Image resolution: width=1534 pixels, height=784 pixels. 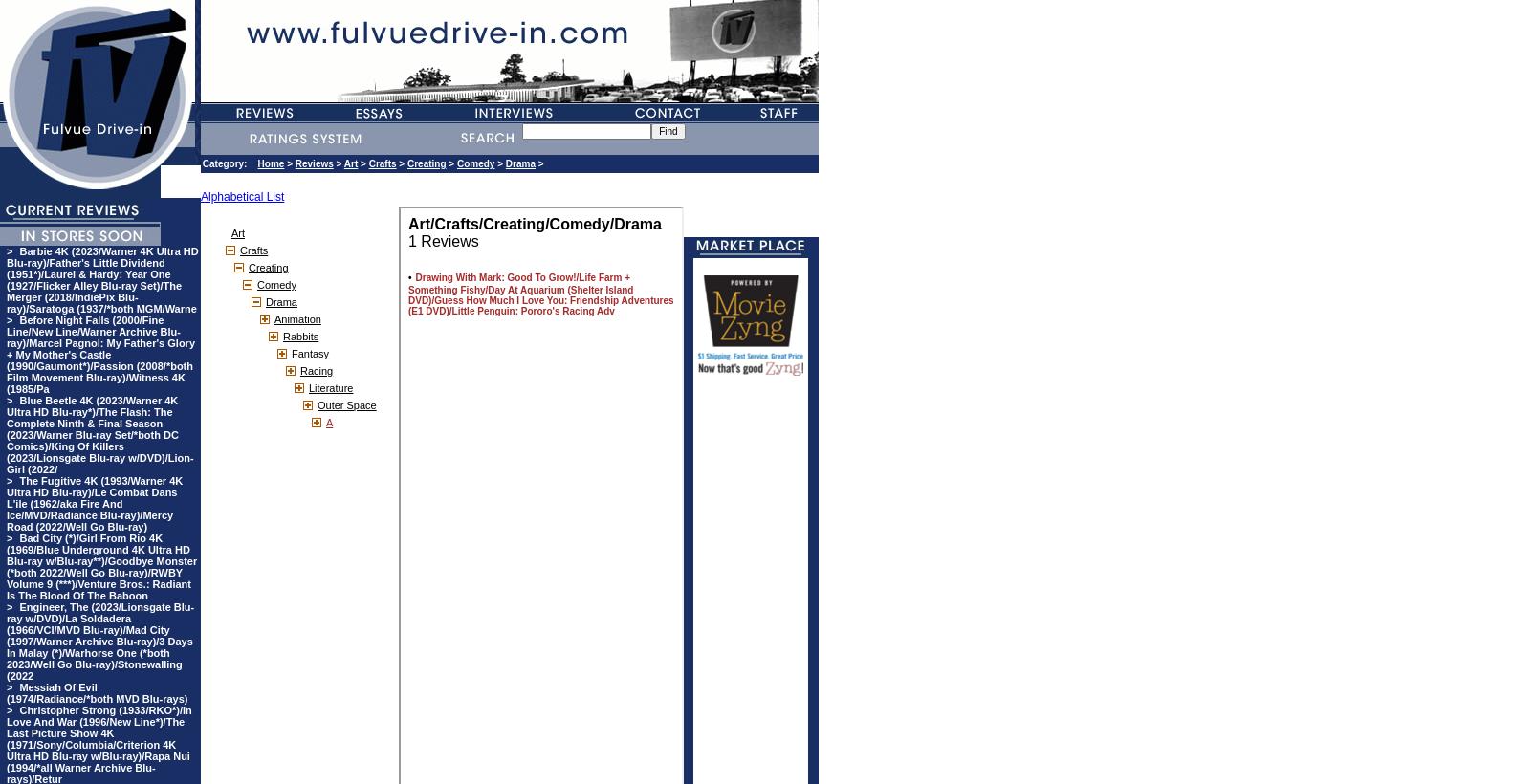 I want to click on 'Rabbits', so click(x=300, y=336).